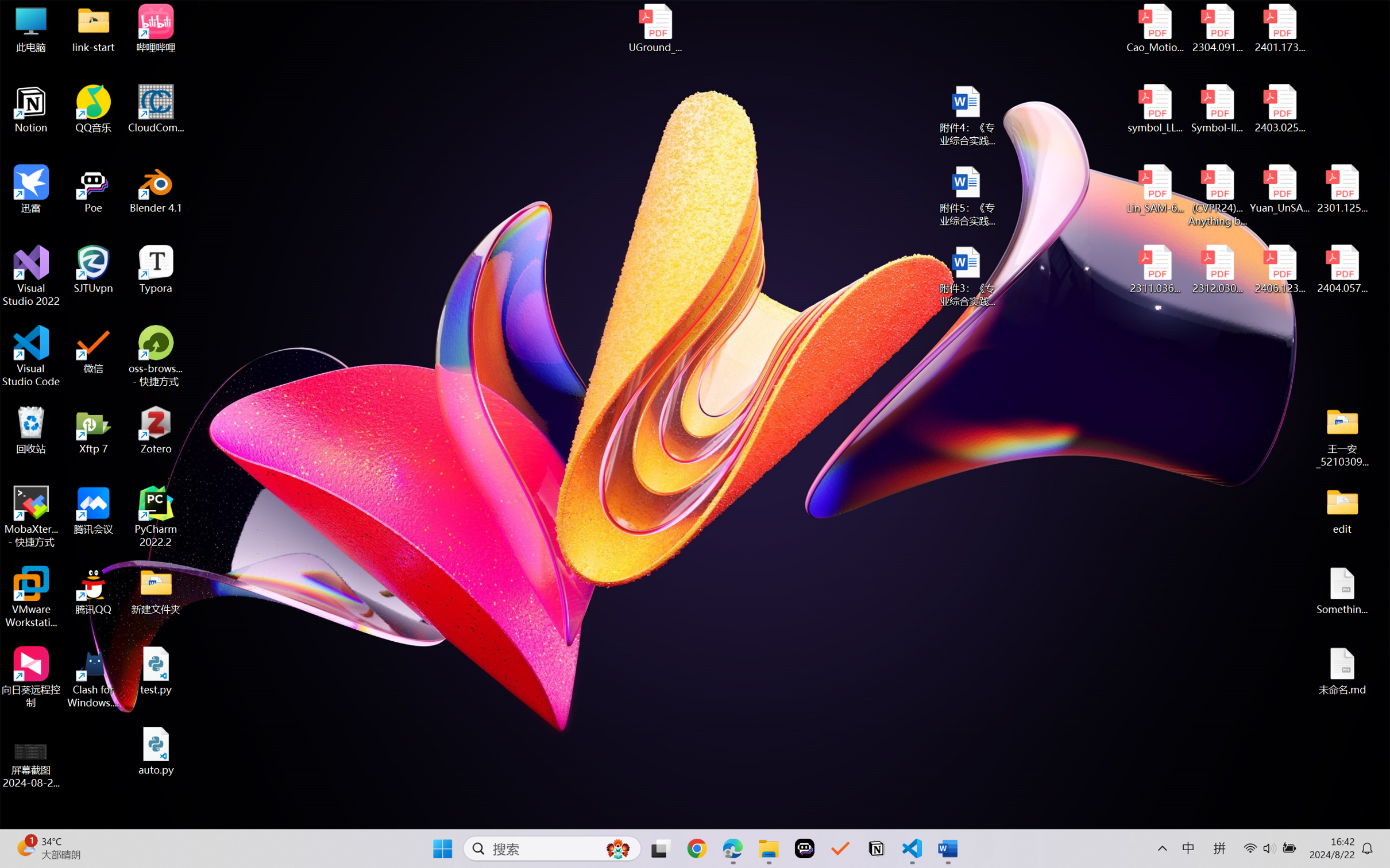 The height and width of the screenshot is (868, 1390). I want to click on '2312.03032v2.pdf', so click(1217, 269).